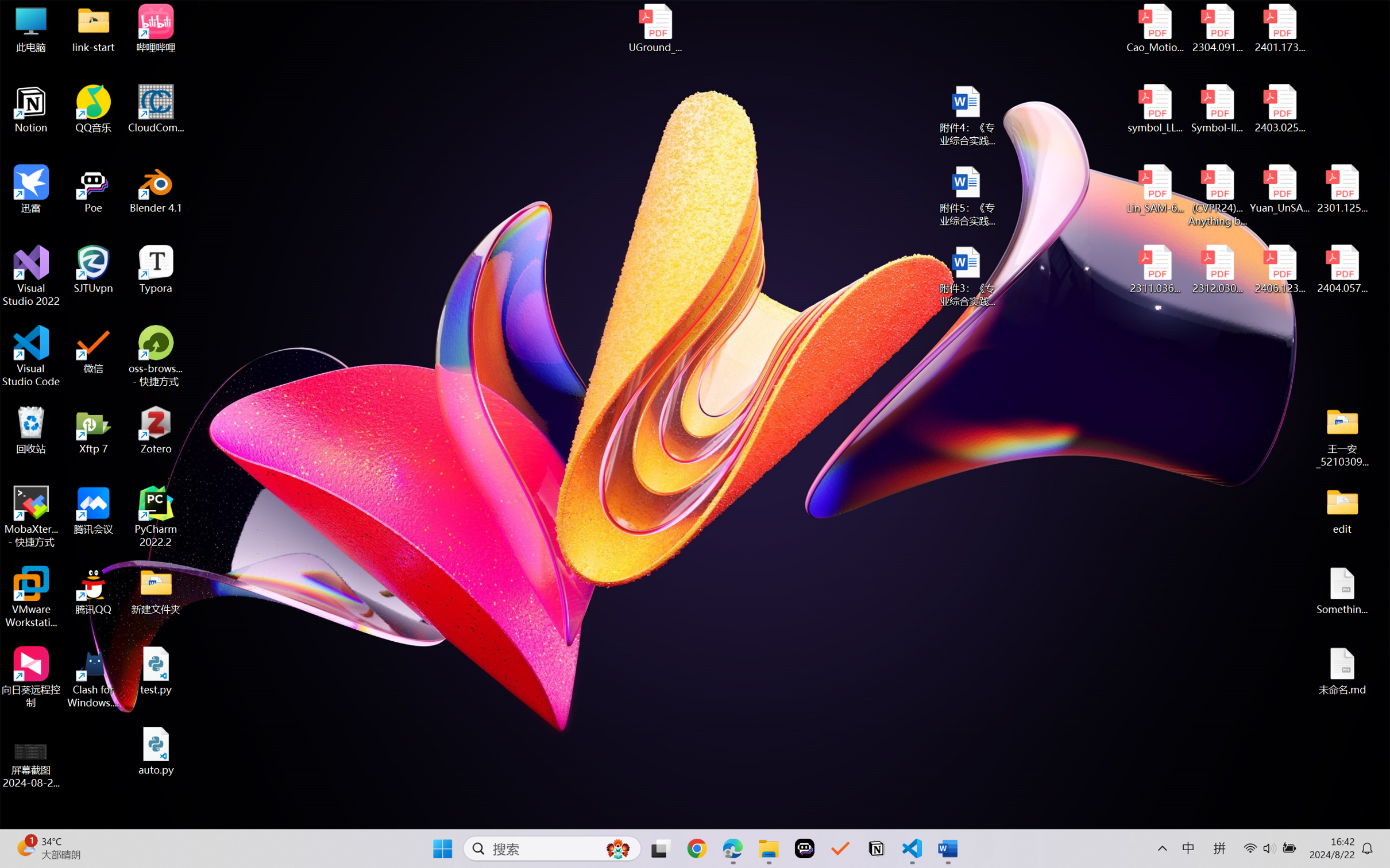 The height and width of the screenshot is (868, 1390). I want to click on '2312.03032v2.pdf', so click(1217, 269).